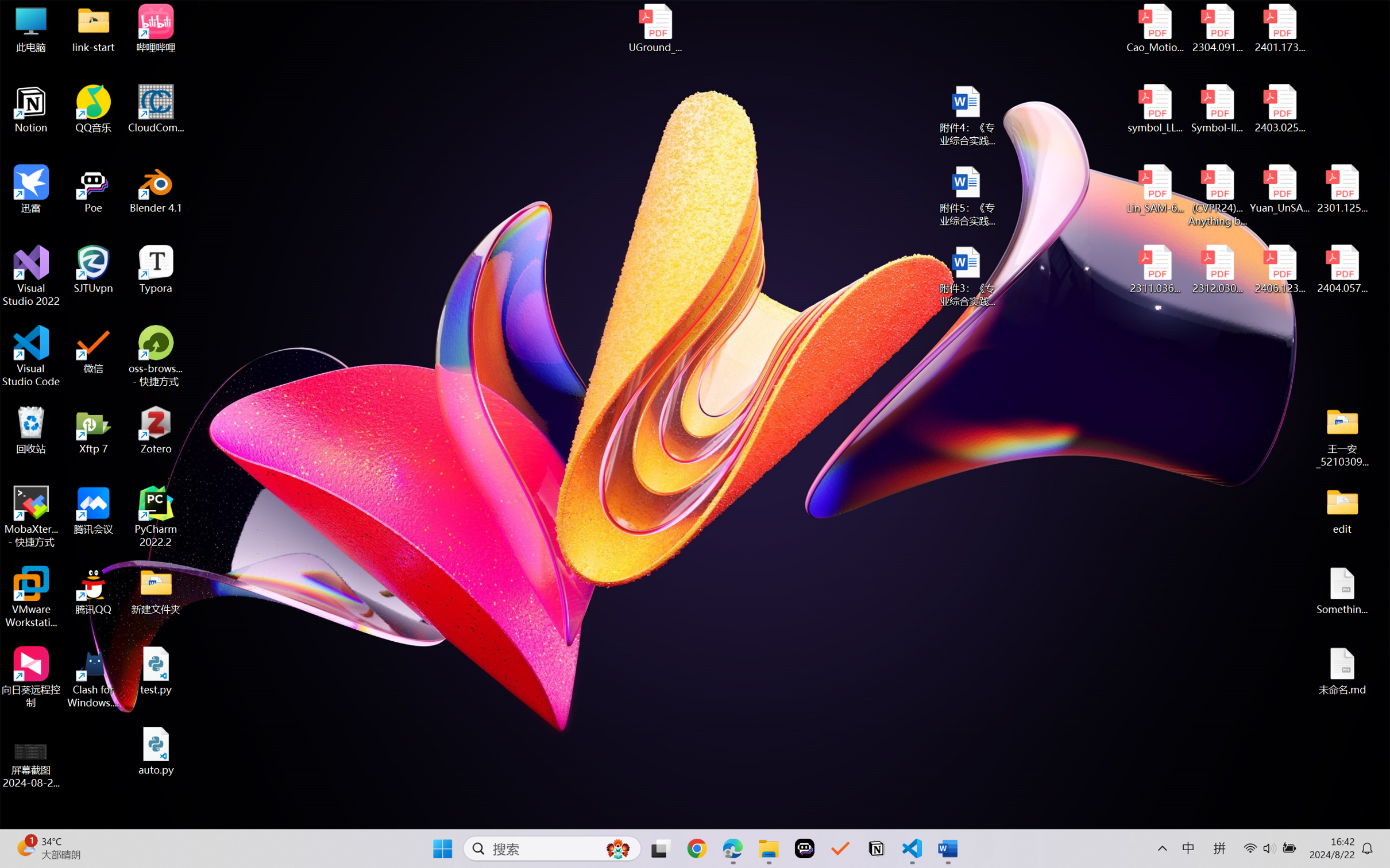 The height and width of the screenshot is (868, 1390). I want to click on '2312.03032v2.pdf', so click(1217, 269).